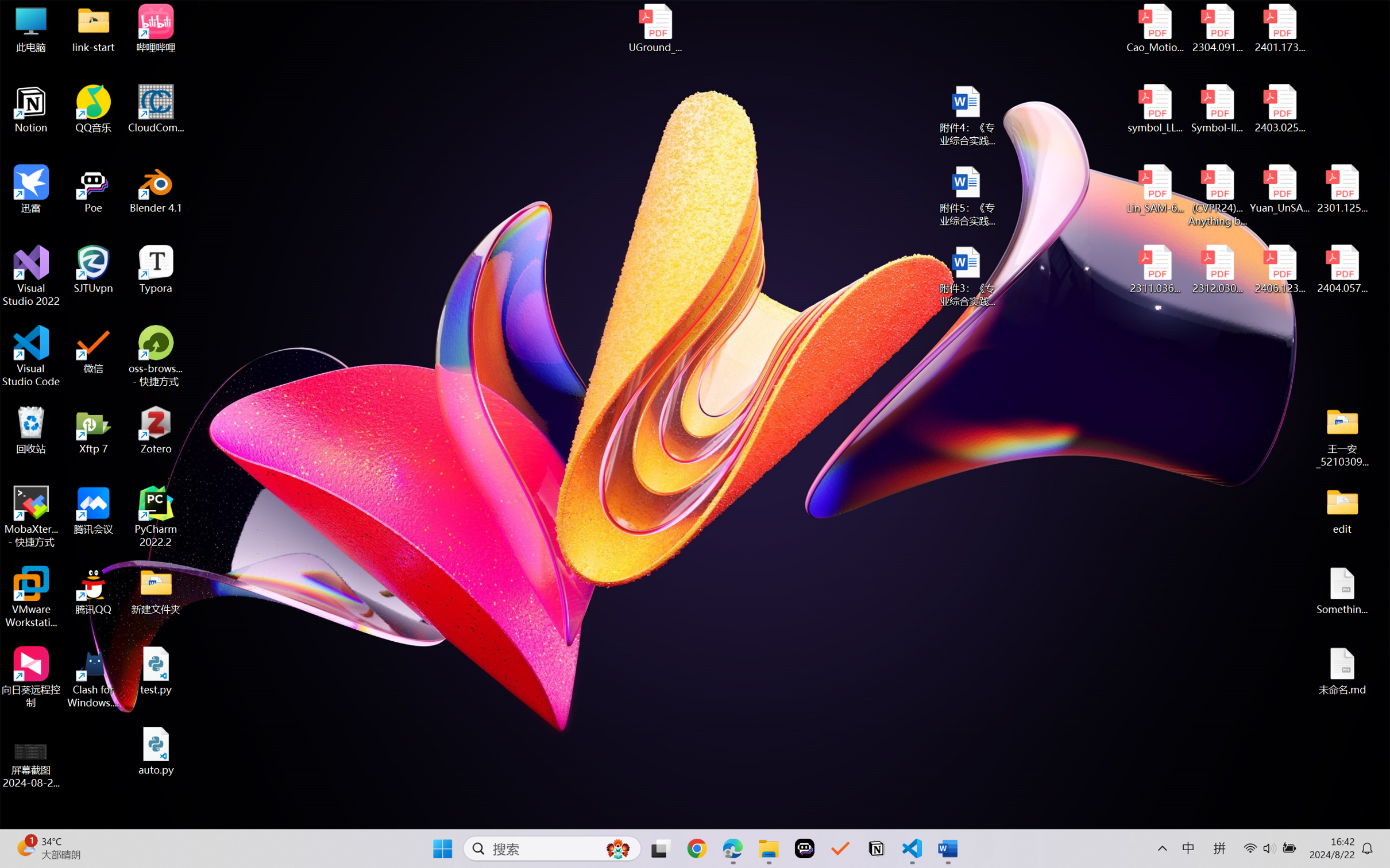 The height and width of the screenshot is (868, 1390). I want to click on '2312.03032v2.pdf', so click(1217, 269).